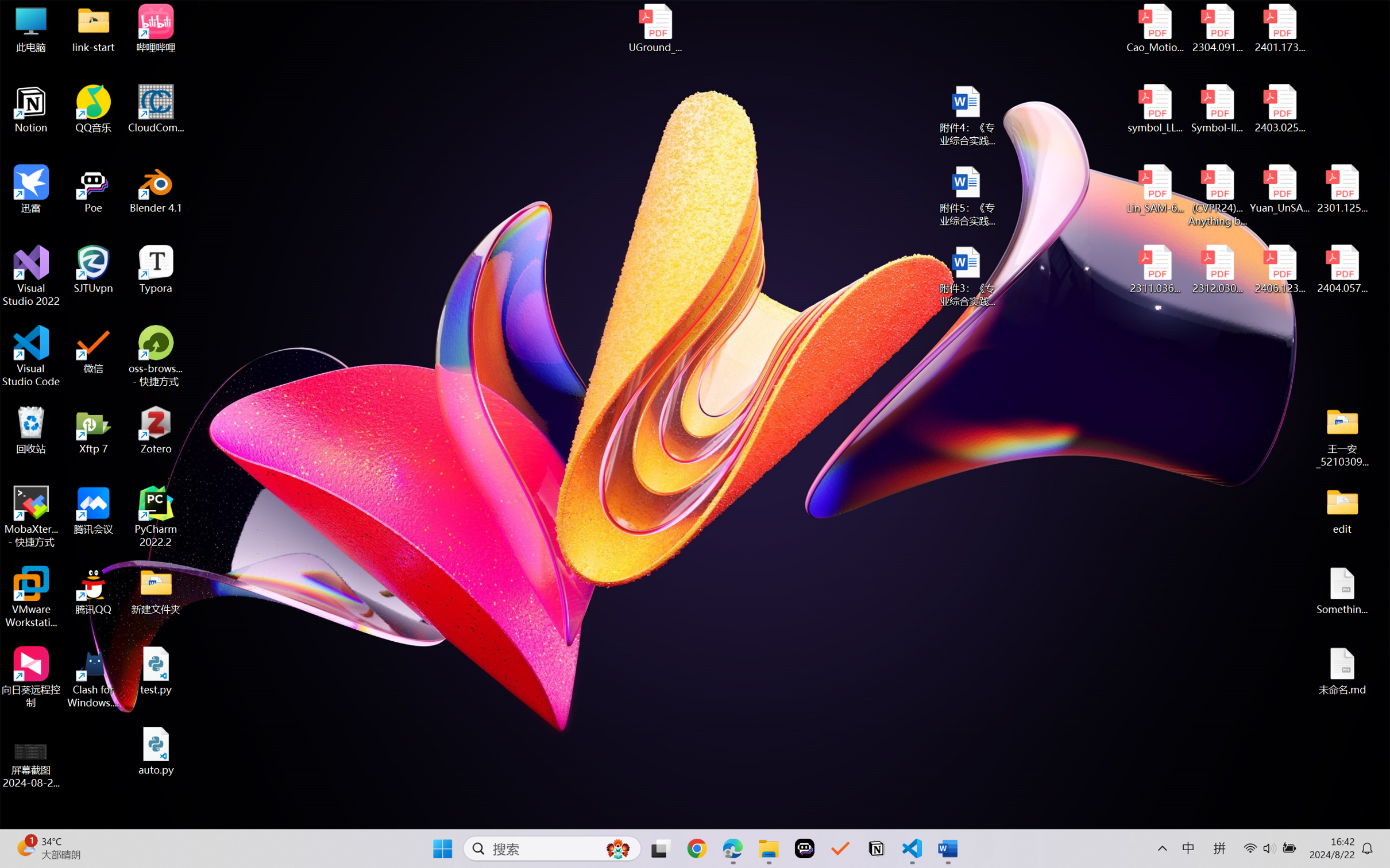 The height and width of the screenshot is (868, 1390). I want to click on '2312.03032v2.pdf', so click(1217, 269).